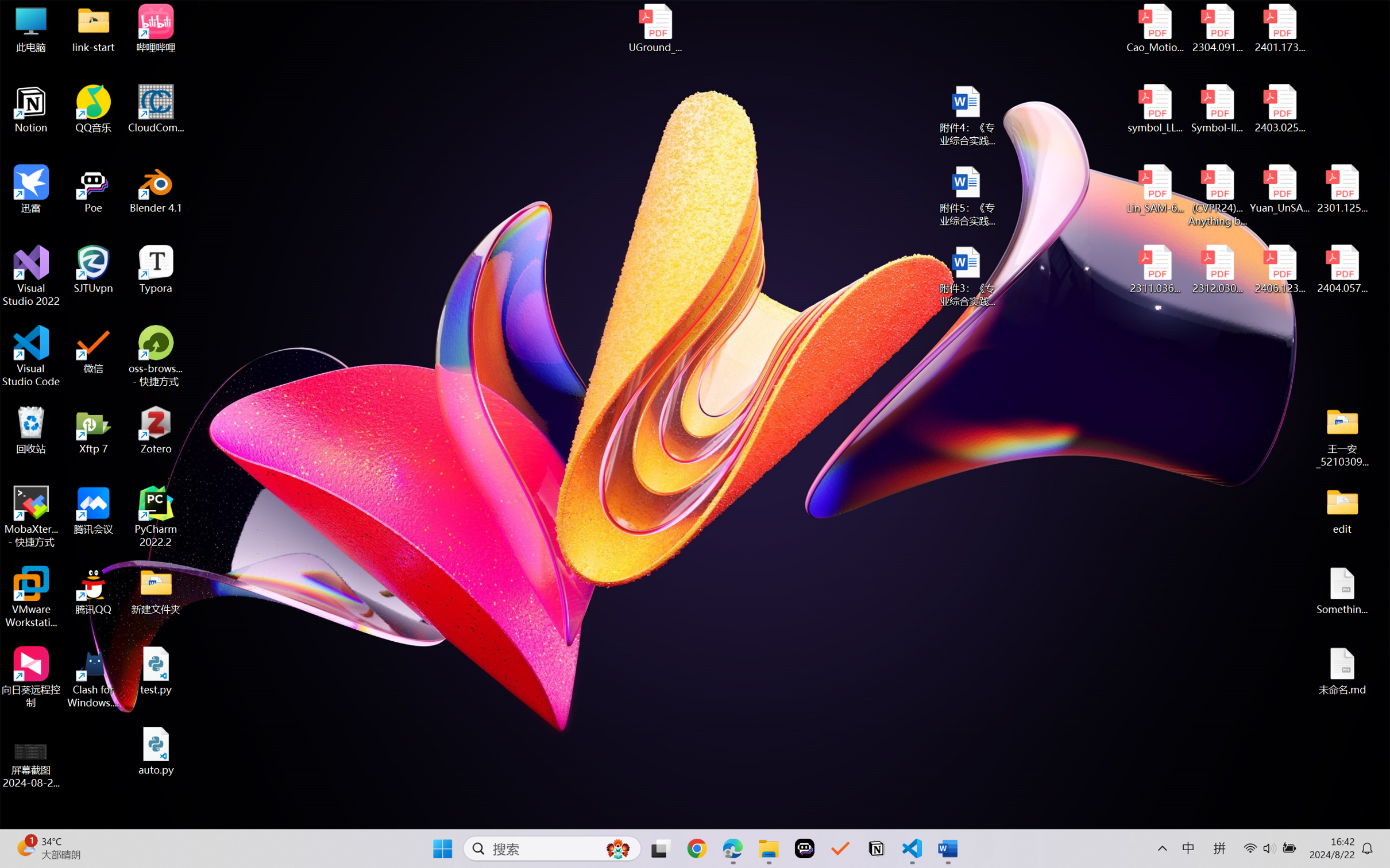 The height and width of the screenshot is (868, 1390). I want to click on '2312.03032v2.pdf', so click(1217, 269).